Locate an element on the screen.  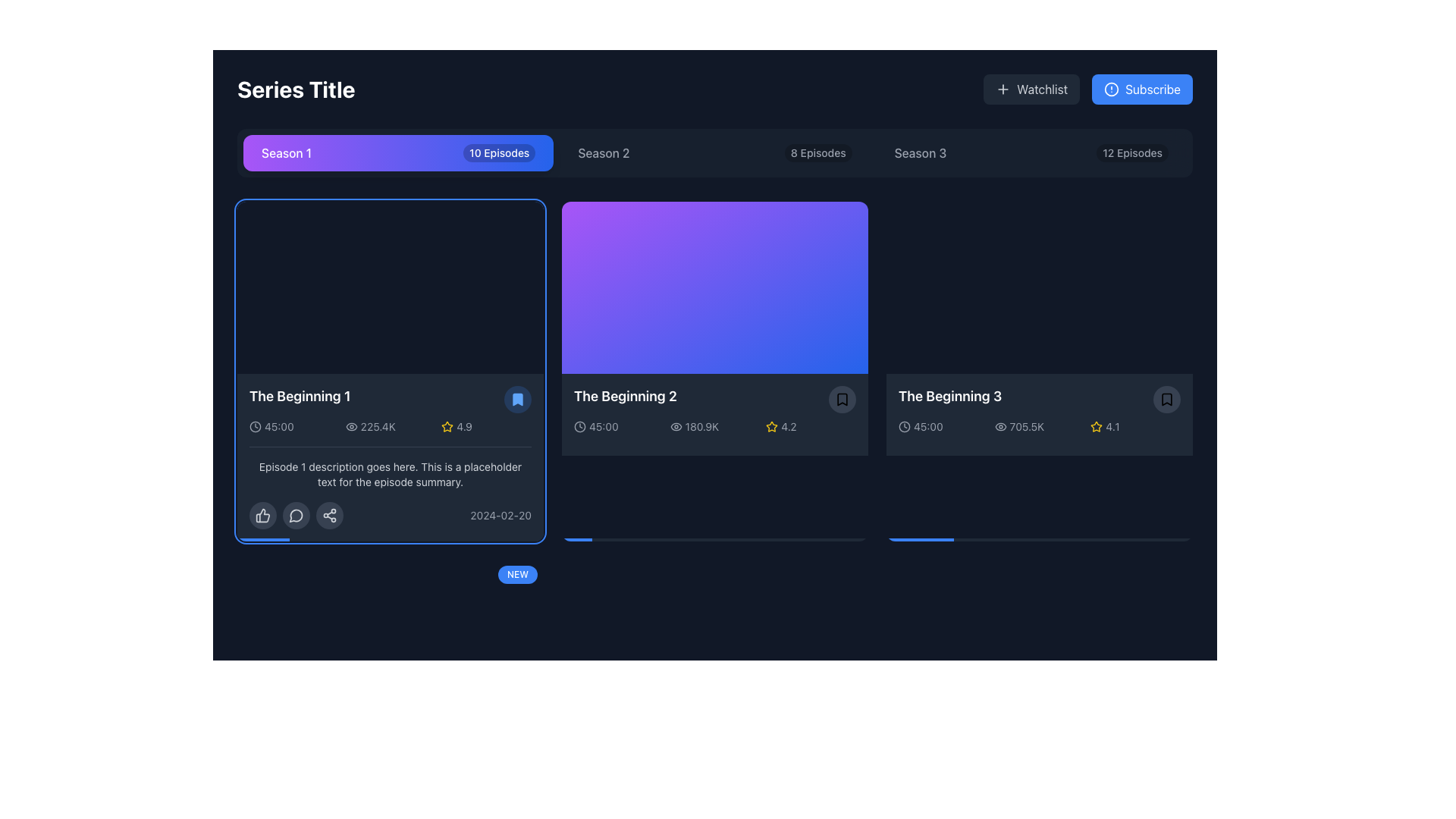
the 'Series Title' text label located at the top-left corner of the interface, which is styled with large, bold white text against a dark background is located at coordinates (296, 89).